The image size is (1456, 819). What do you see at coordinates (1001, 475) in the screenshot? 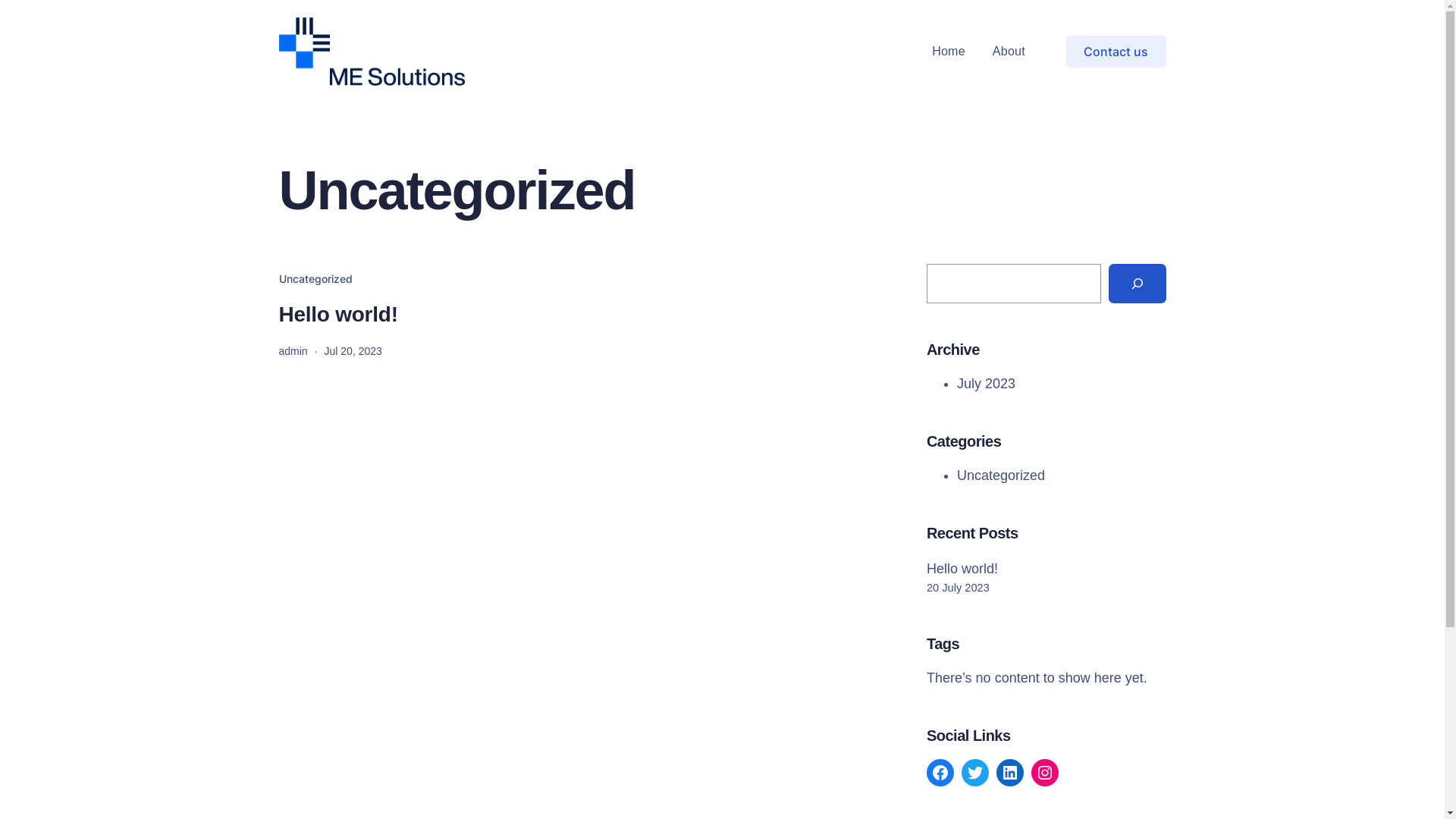
I see `'Uncategorized'` at bounding box center [1001, 475].